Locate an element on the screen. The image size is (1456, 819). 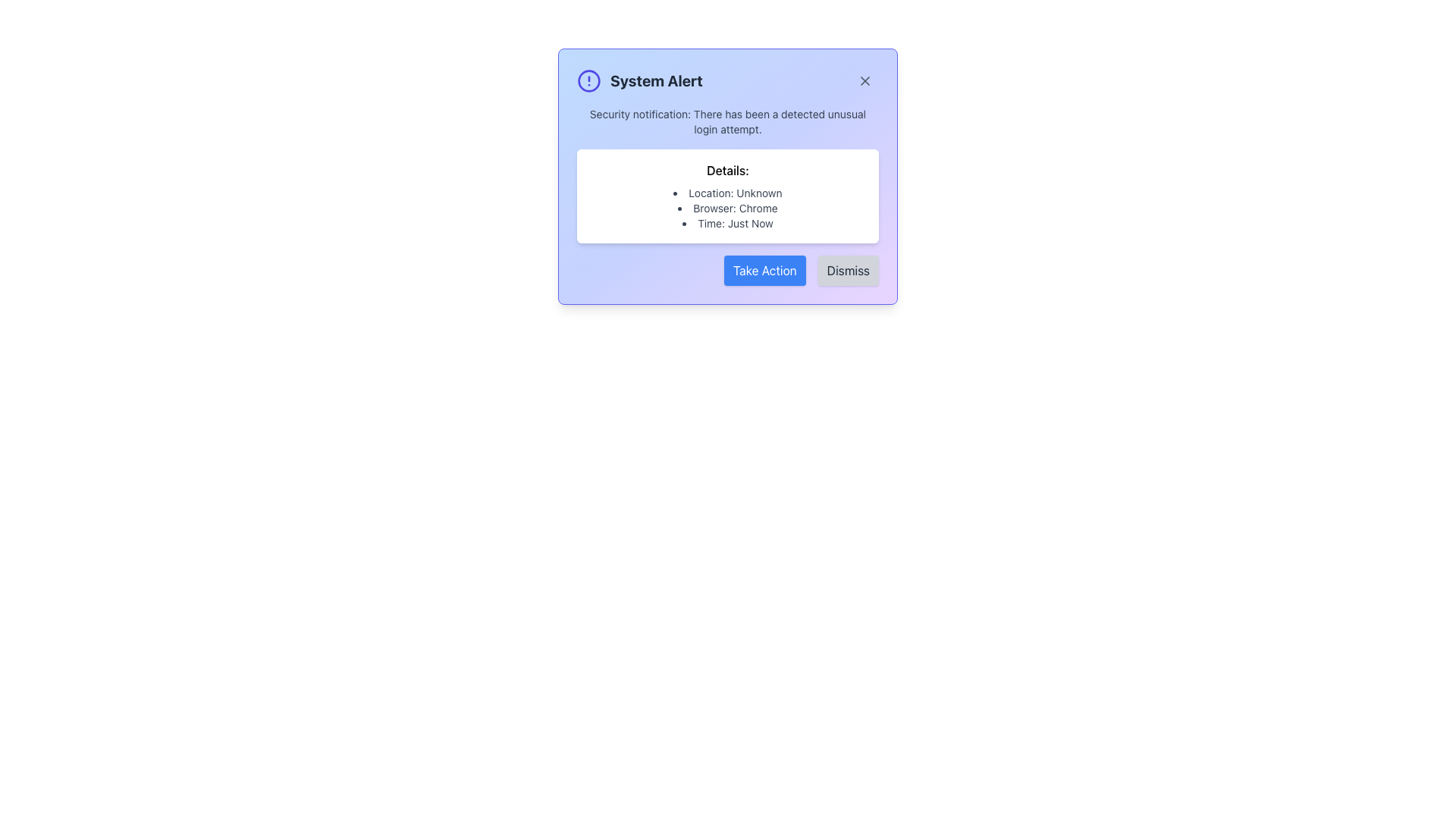
the 'System Alert' text label, which is a bold, extra-large gray font located at the top-center of the modal interface is located at coordinates (656, 81).